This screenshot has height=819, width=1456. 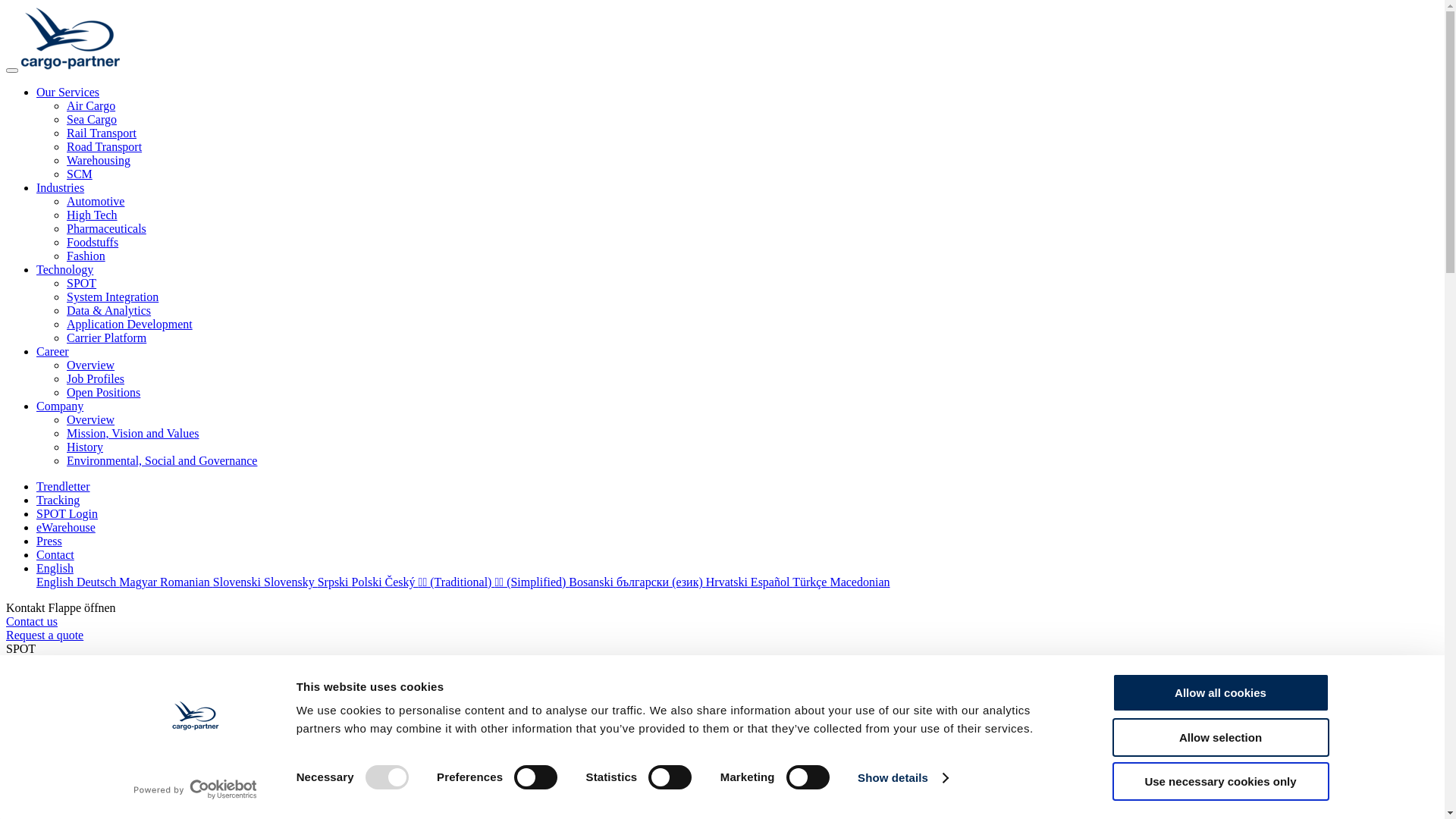 I want to click on 'Industries', so click(x=60, y=187).